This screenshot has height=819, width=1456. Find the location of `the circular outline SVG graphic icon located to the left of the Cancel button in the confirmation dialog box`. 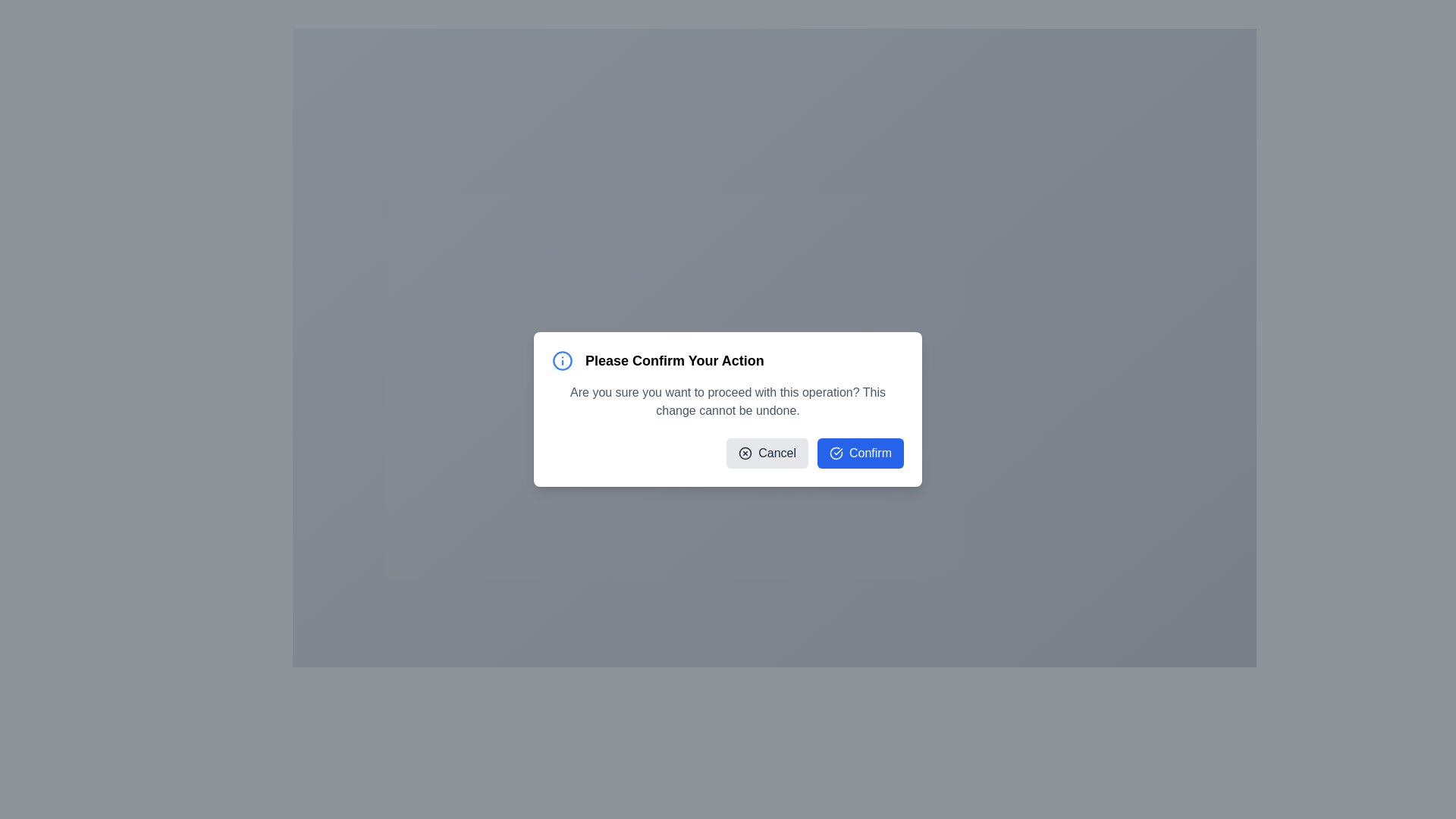

the circular outline SVG graphic icon located to the left of the Cancel button in the confirmation dialog box is located at coordinates (745, 452).